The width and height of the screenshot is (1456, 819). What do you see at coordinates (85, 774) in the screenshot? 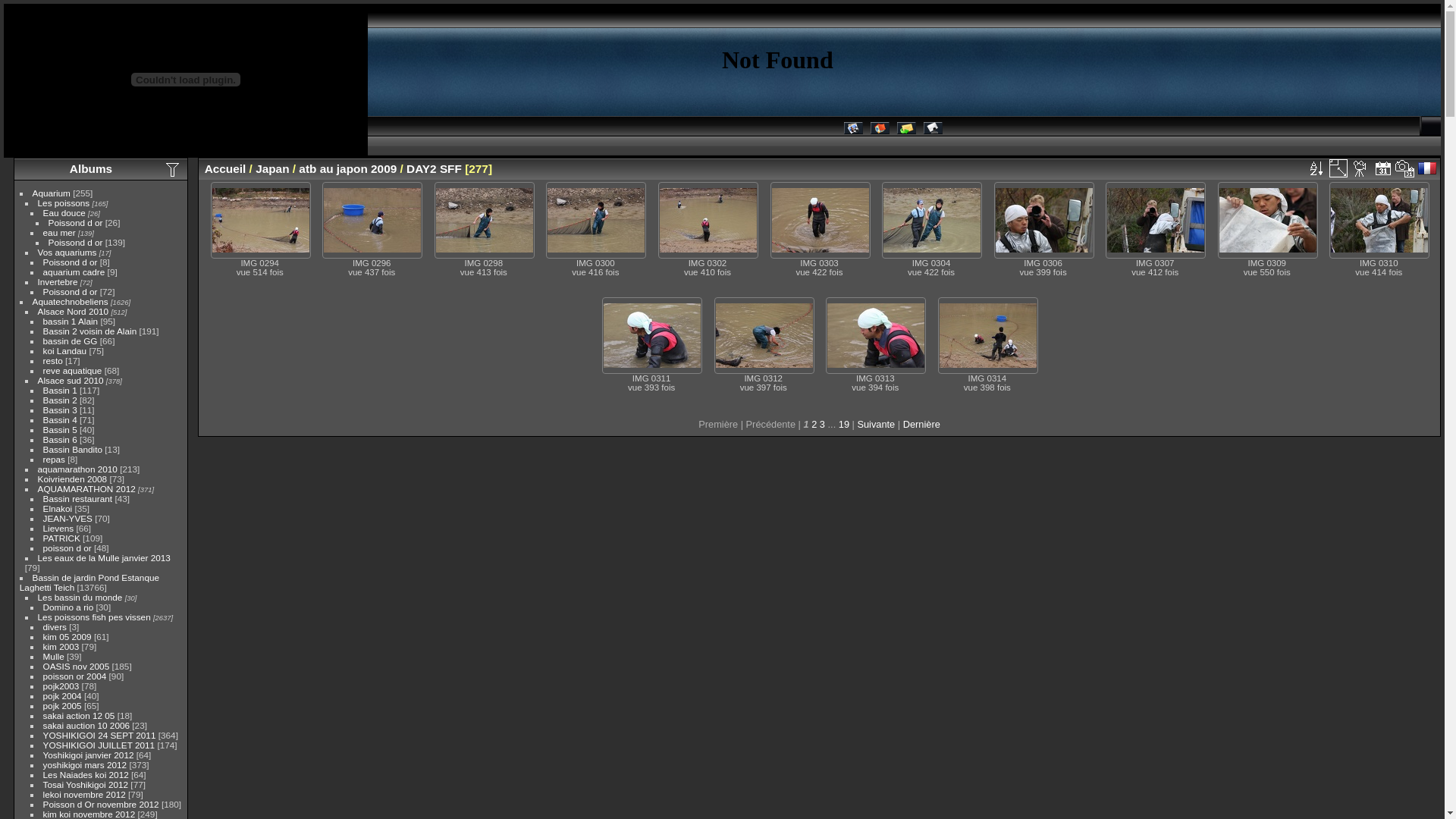
I see `'Les Naiades koi 2012'` at bounding box center [85, 774].